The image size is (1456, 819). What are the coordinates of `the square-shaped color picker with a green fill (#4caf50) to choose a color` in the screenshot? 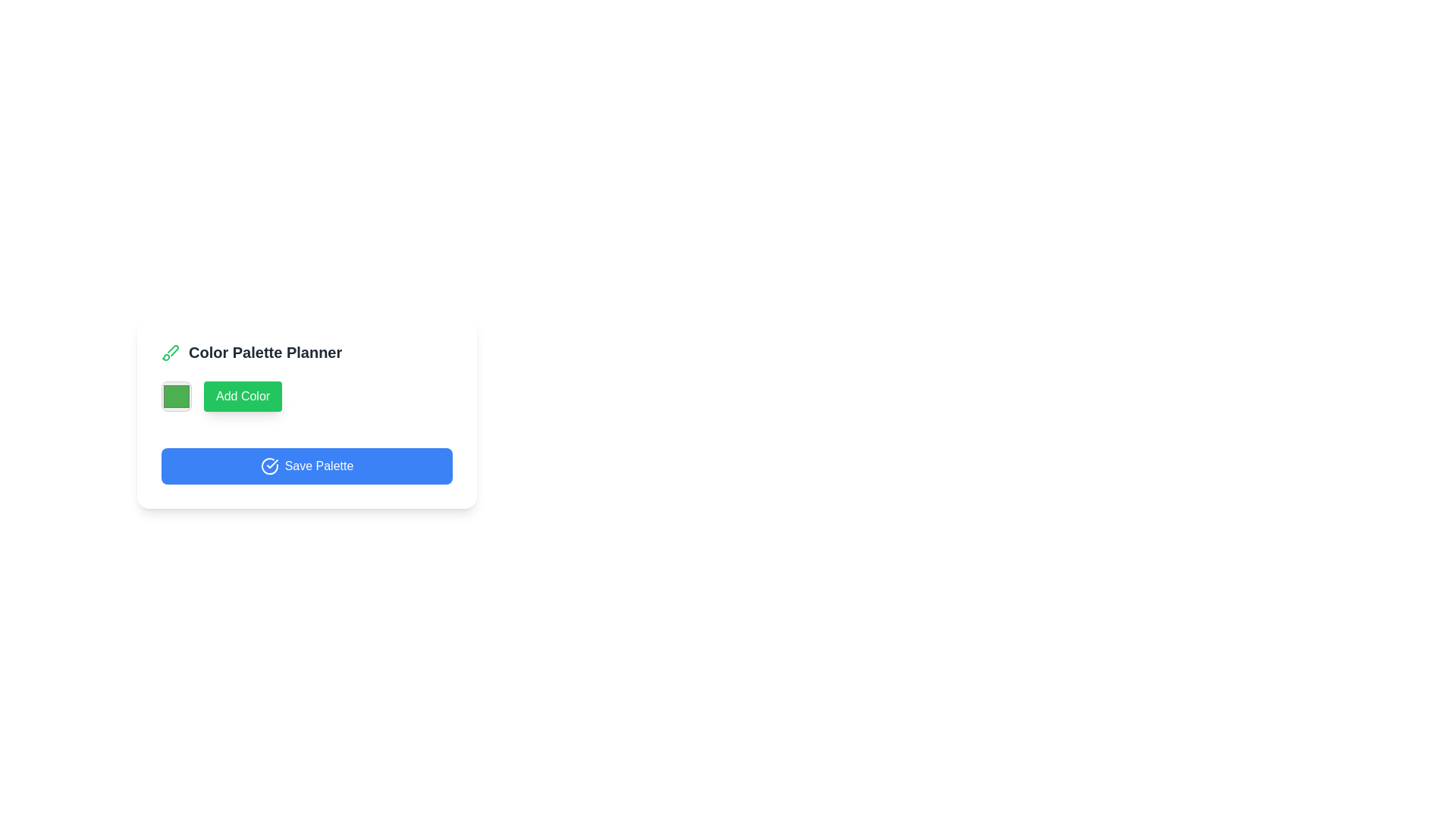 It's located at (177, 396).